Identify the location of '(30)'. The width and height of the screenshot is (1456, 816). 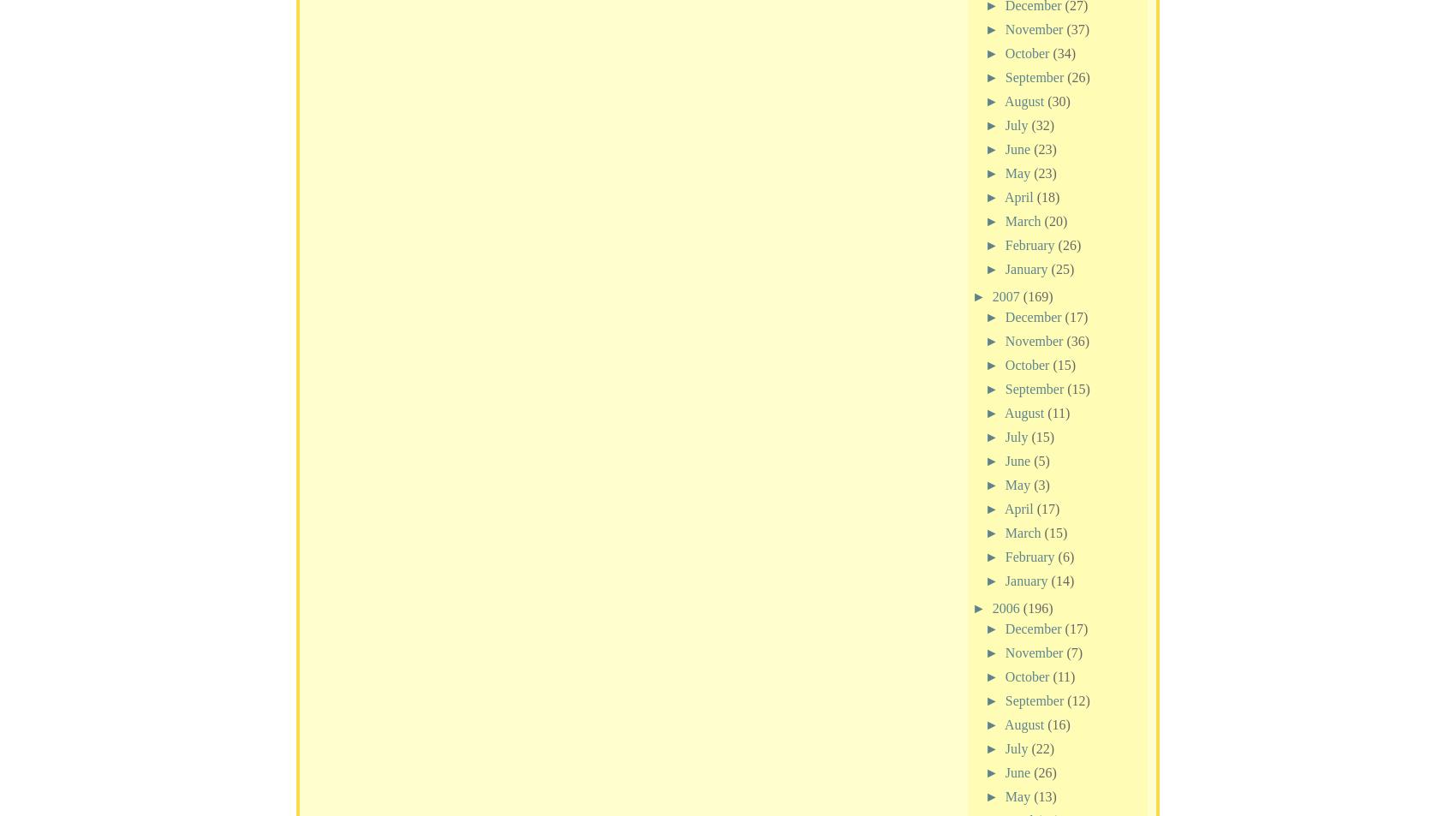
(1058, 99).